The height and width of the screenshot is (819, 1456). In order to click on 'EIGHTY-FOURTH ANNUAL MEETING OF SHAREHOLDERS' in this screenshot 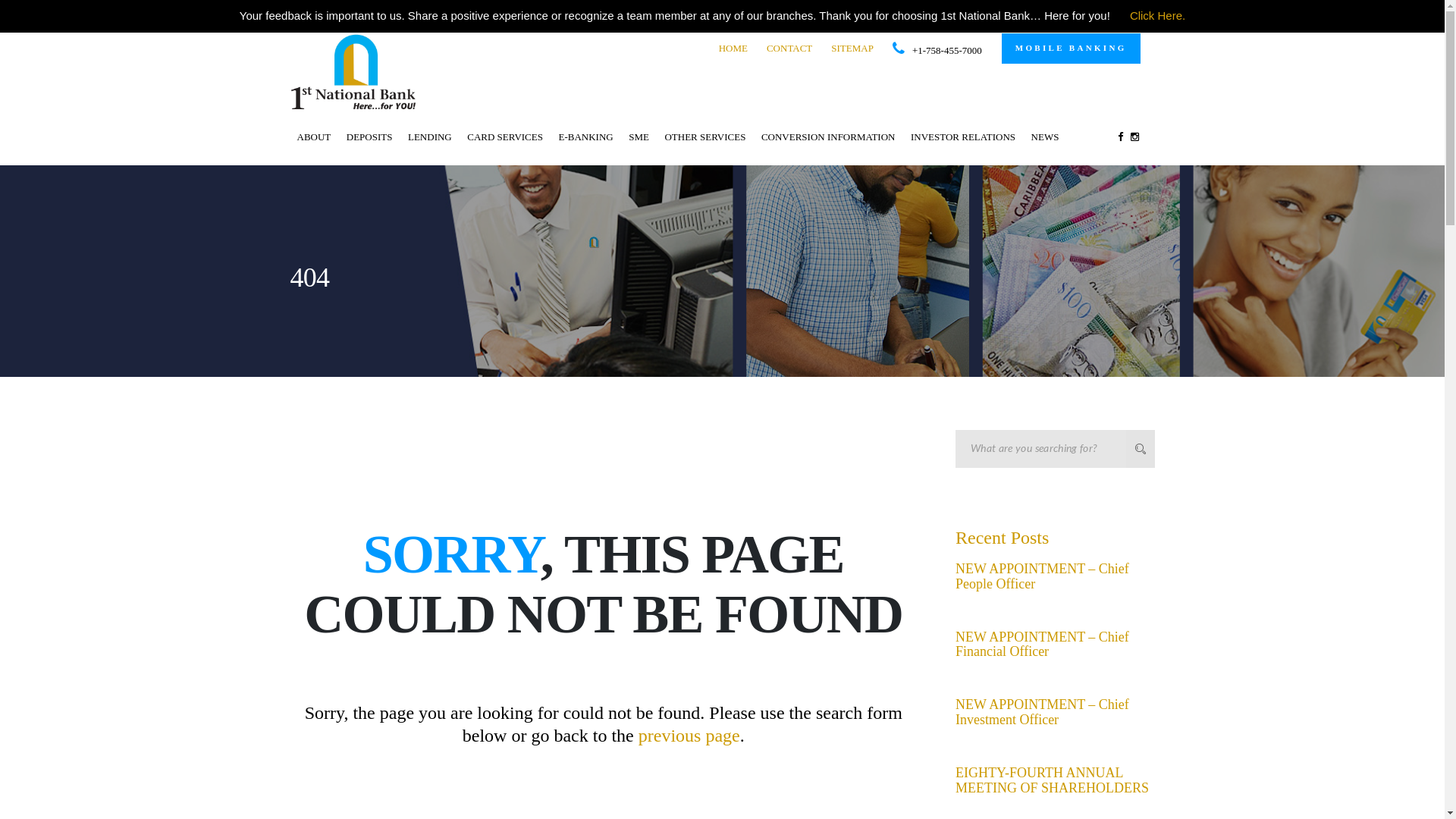, I will do `click(1051, 780)`.